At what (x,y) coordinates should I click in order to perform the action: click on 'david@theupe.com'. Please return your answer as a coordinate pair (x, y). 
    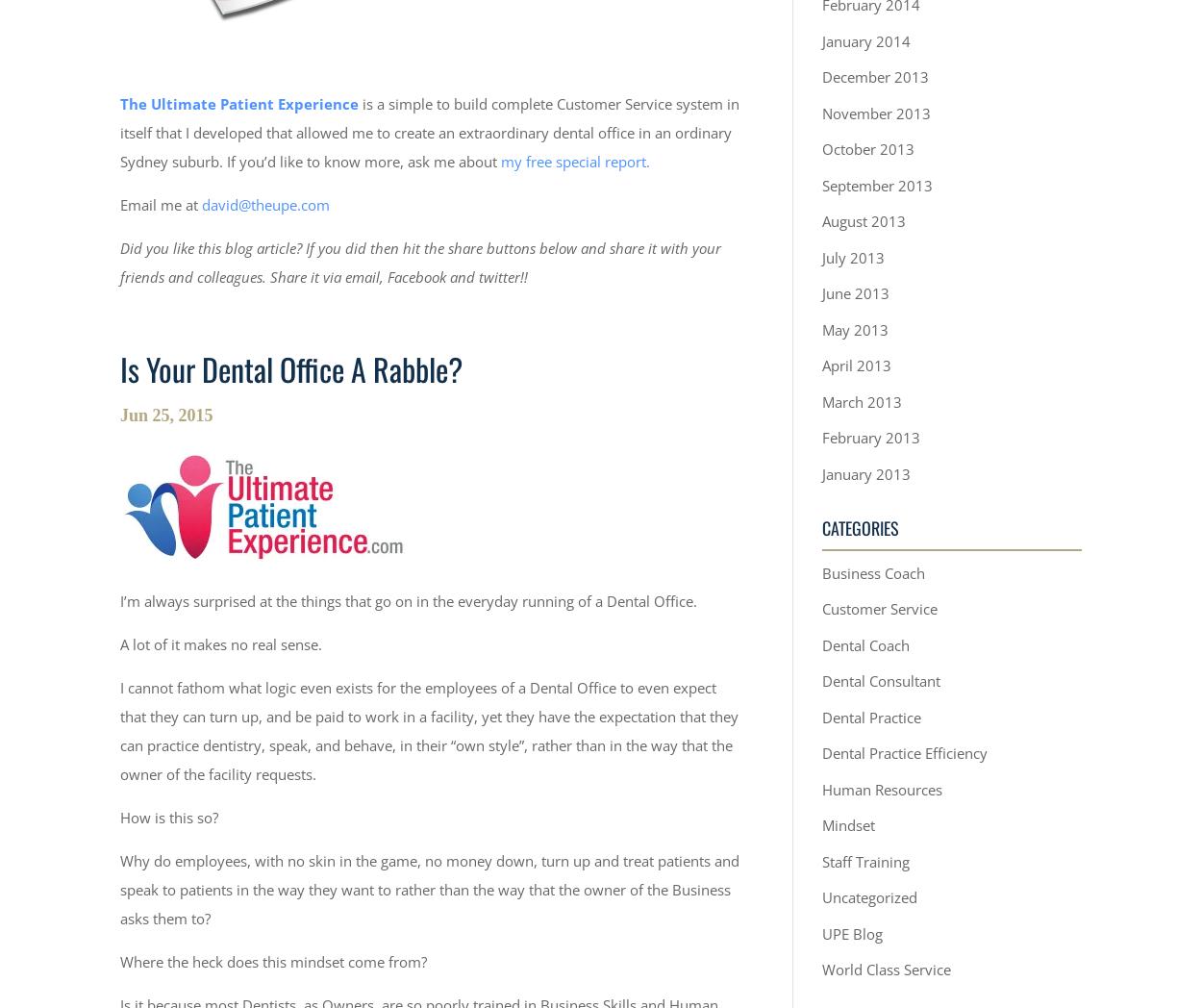
    Looking at the image, I should click on (265, 203).